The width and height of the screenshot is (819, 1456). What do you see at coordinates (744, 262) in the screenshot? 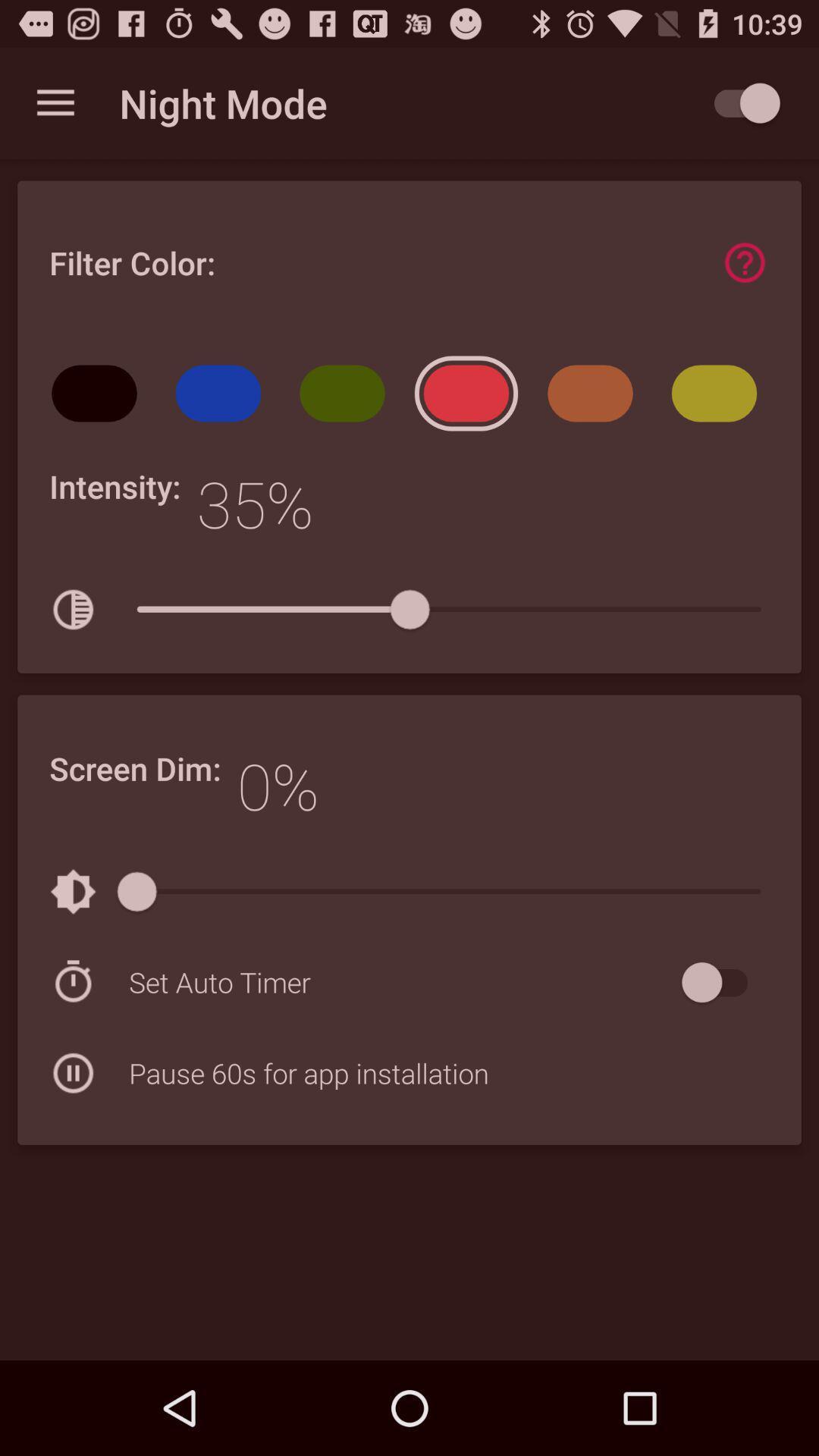
I see `choose faqs` at bounding box center [744, 262].